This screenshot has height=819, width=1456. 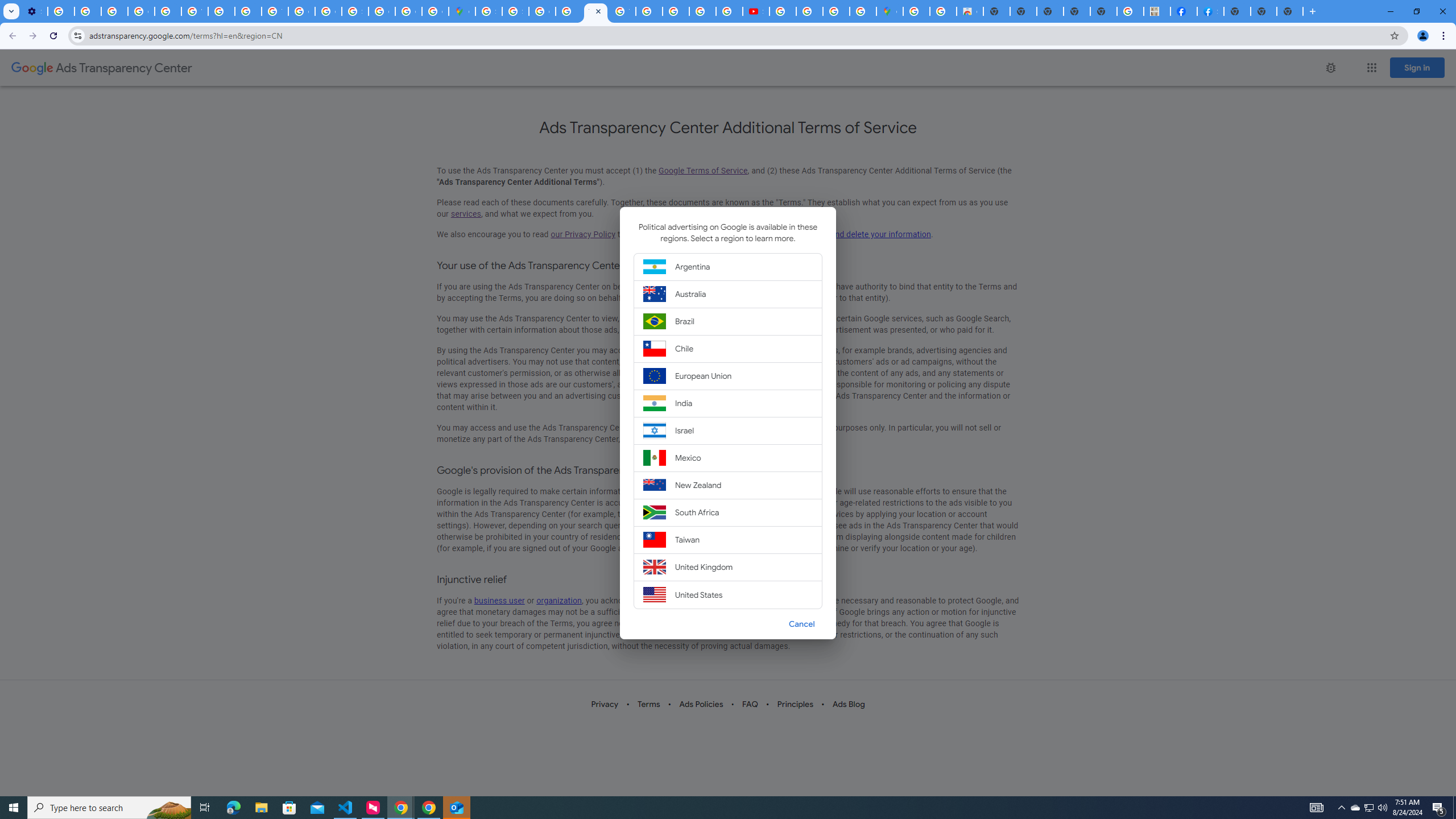 What do you see at coordinates (848, 704) in the screenshot?
I see `'Ads Blog'` at bounding box center [848, 704].